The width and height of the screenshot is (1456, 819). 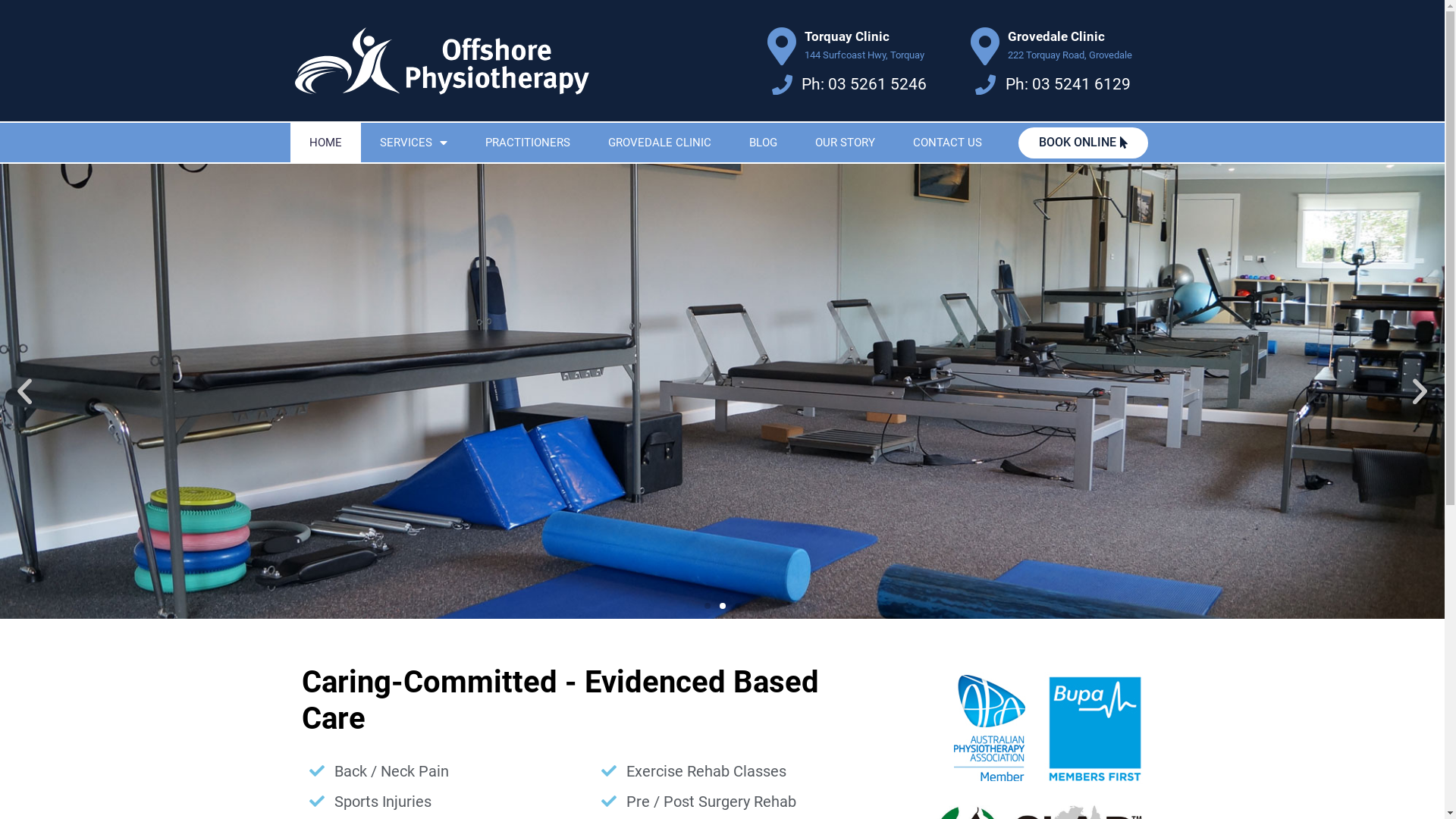 I want to click on 'BOOK ONLINE', so click(x=1082, y=143).